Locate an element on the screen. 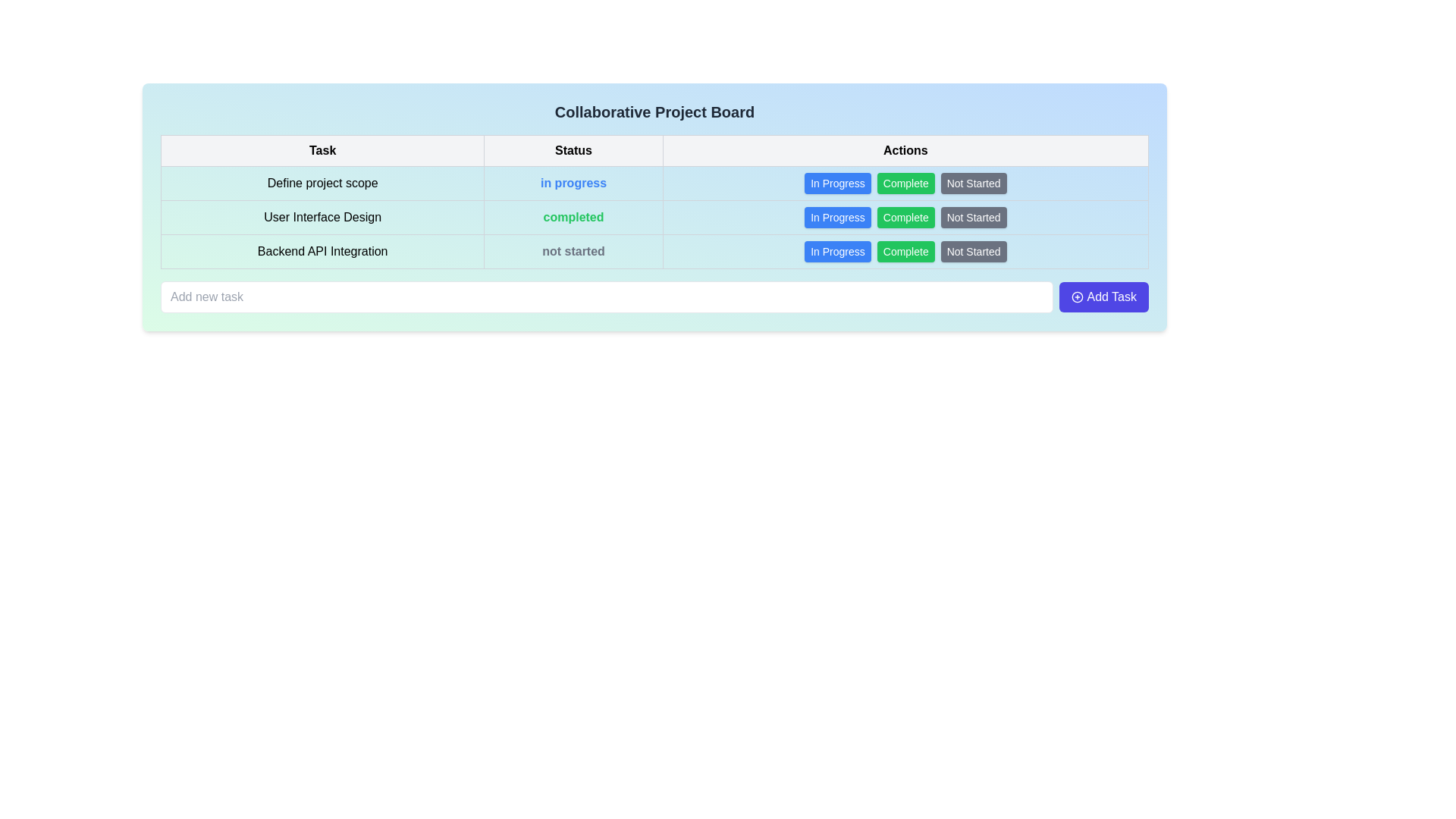 This screenshot has width=1456, height=819. the 'In Progress' button, which is the second button in the 'Actions' column of the table row for the completed task is located at coordinates (836, 217).